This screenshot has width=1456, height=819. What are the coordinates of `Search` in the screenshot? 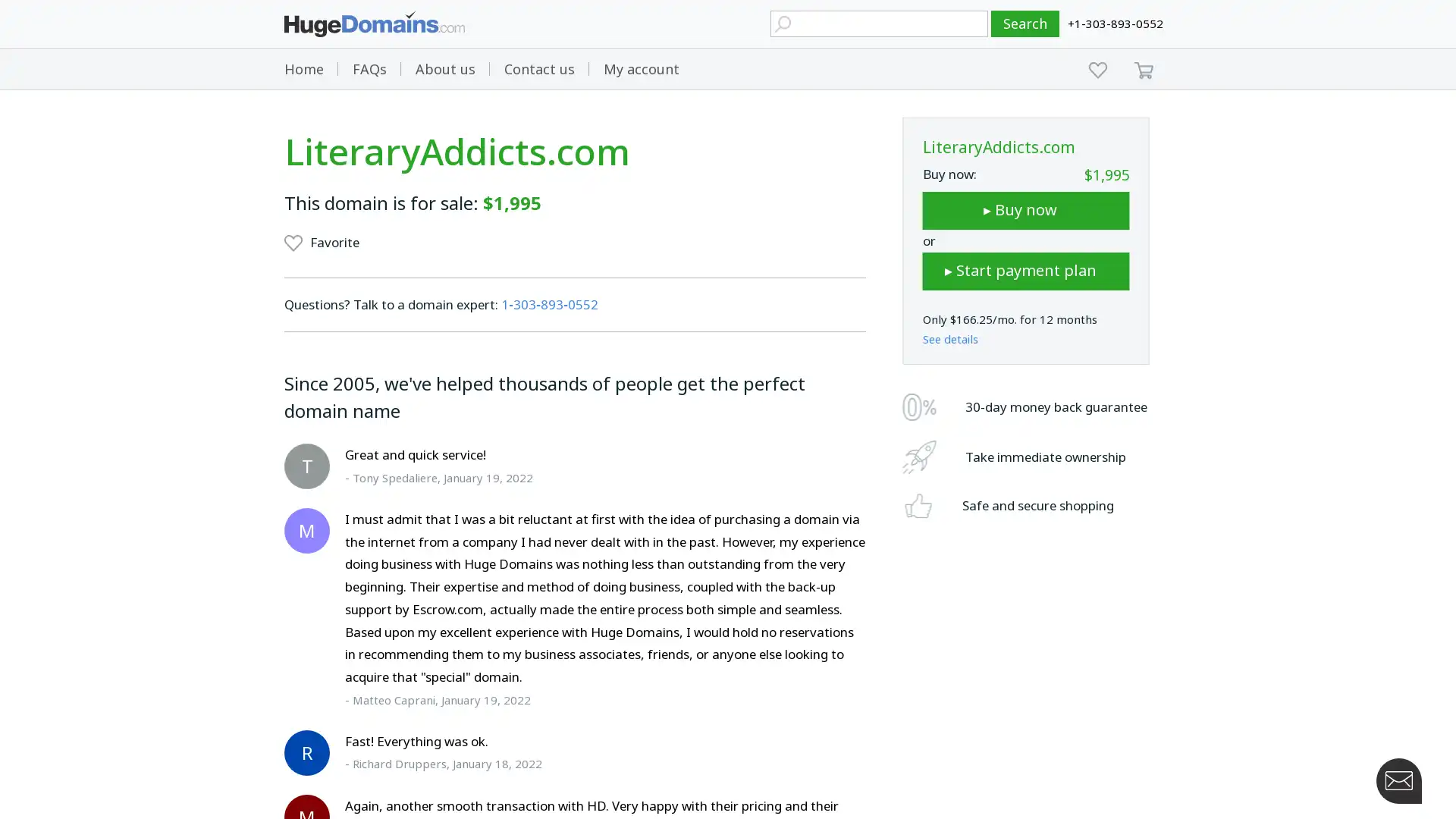 It's located at (1025, 24).